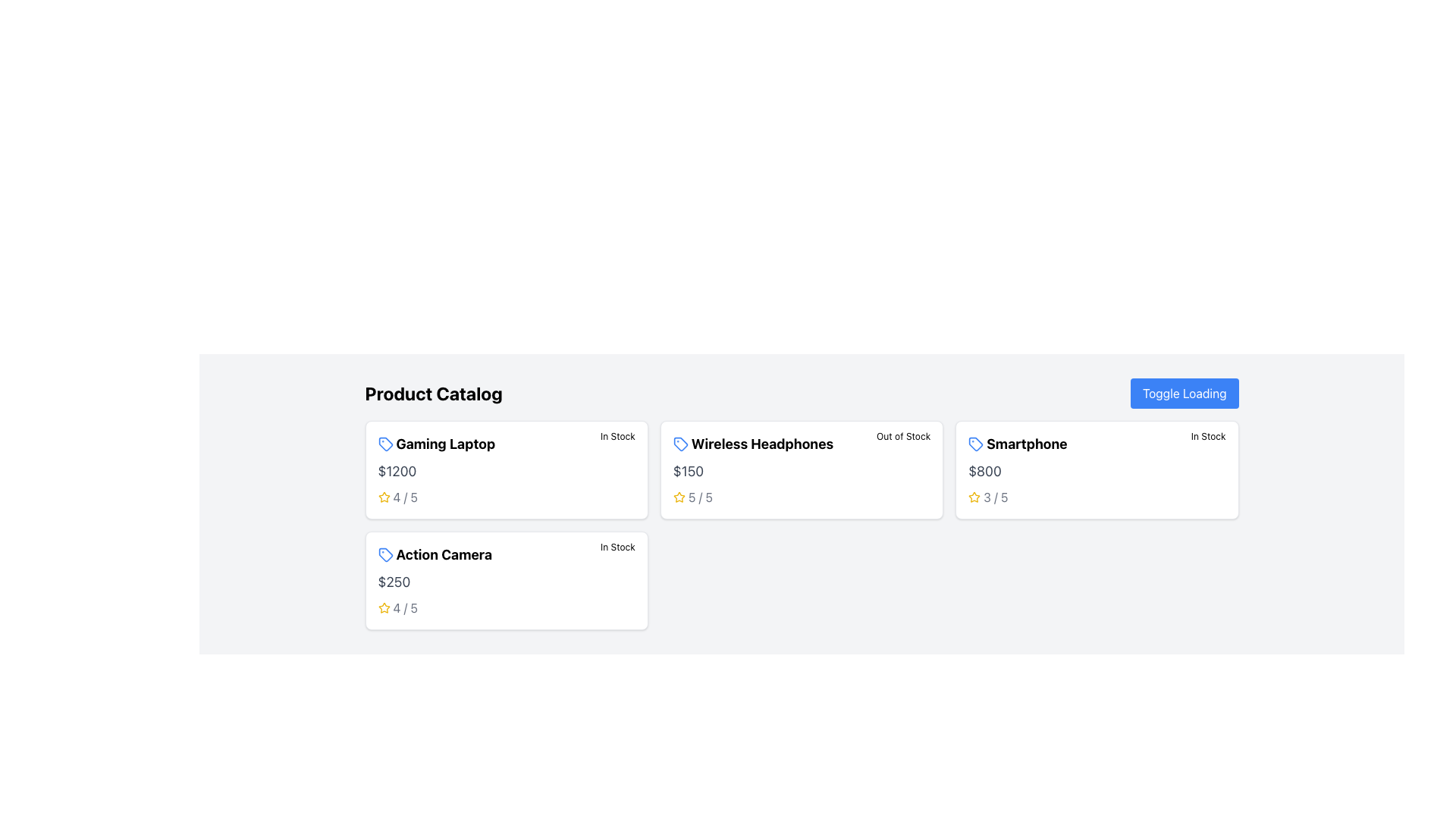  I want to click on the rating element displaying '5 / 5' next to a yellow star icon located beneath the price section '$150' in the 'Wireless Headphones' card, so click(692, 497).